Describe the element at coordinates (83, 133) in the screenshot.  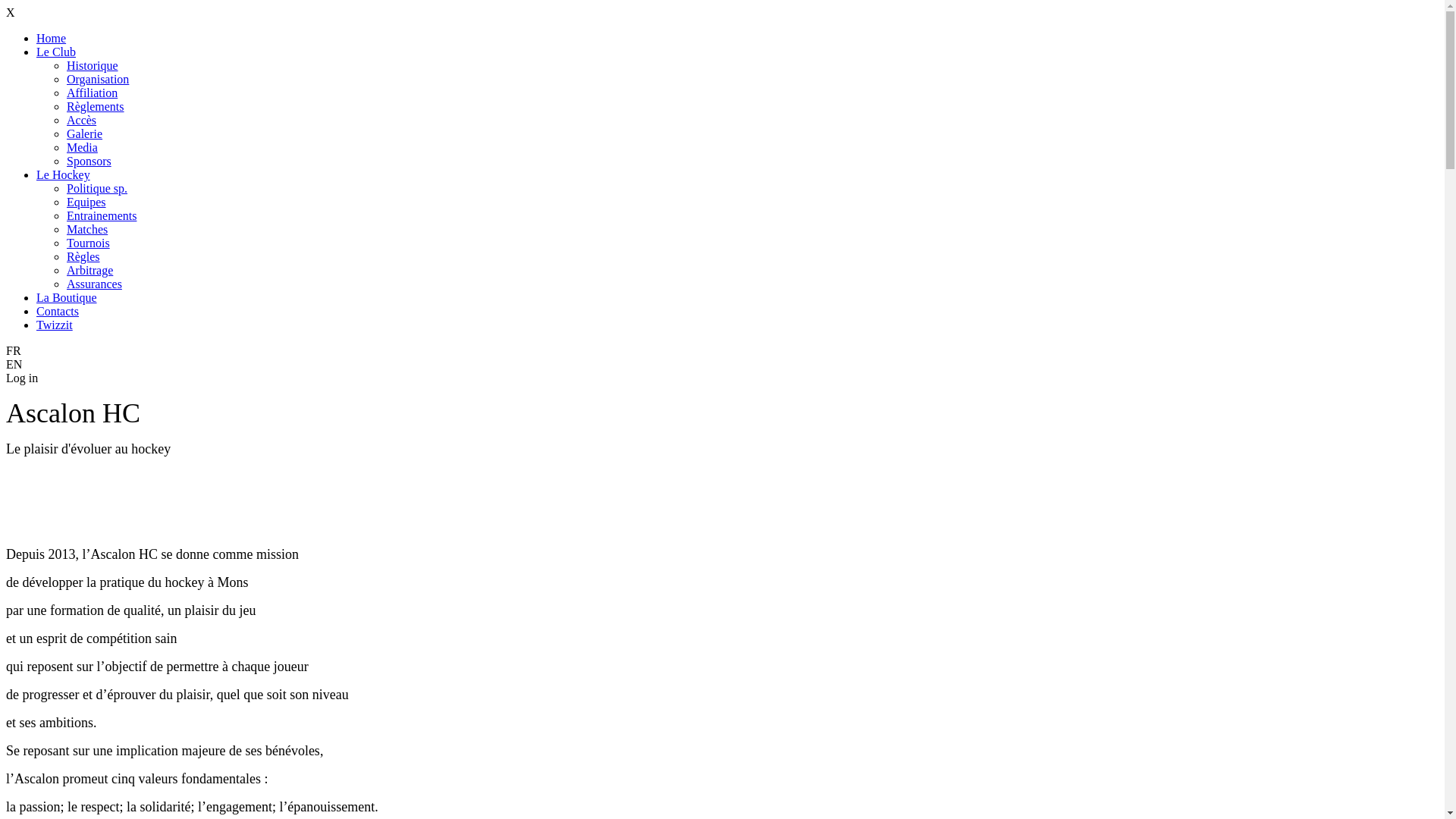
I see `'Galerie'` at that location.